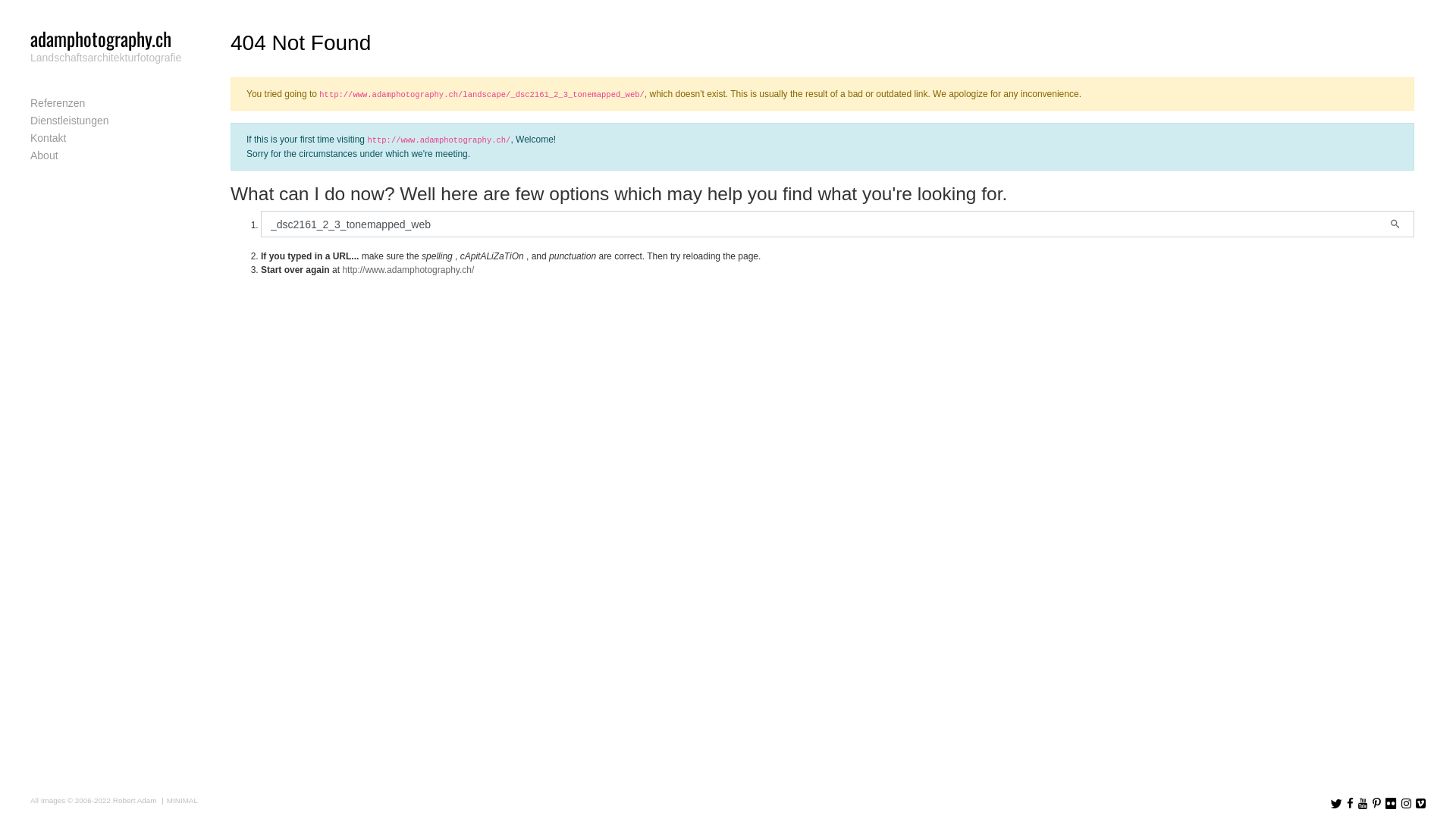 The width and height of the screenshot is (1456, 819). Describe the element at coordinates (1336, 803) in the screenshot. I see `'Follow us on Twitter'` at that location.